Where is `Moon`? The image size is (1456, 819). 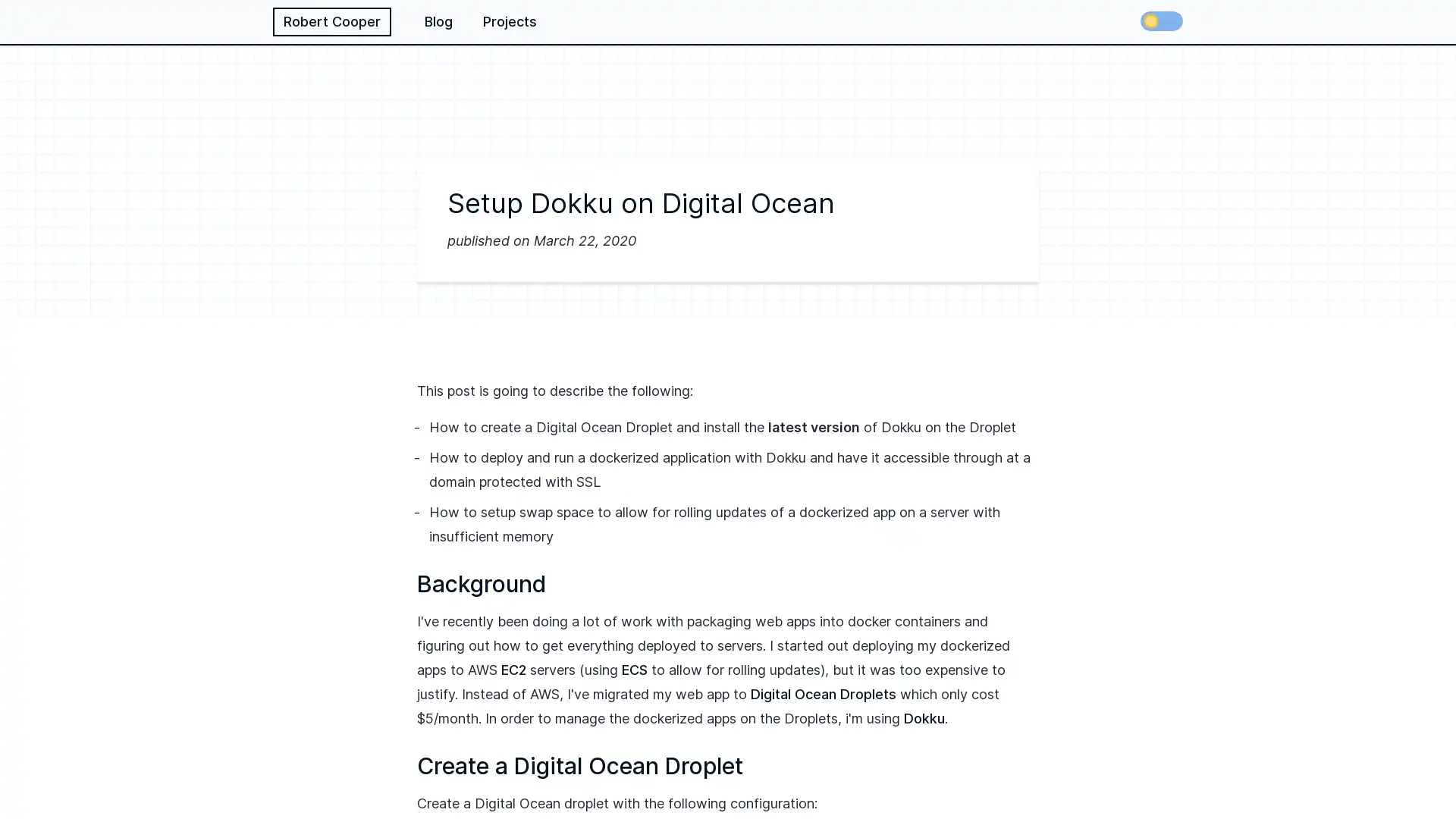
Moon is located at coordinates (1160, 20).